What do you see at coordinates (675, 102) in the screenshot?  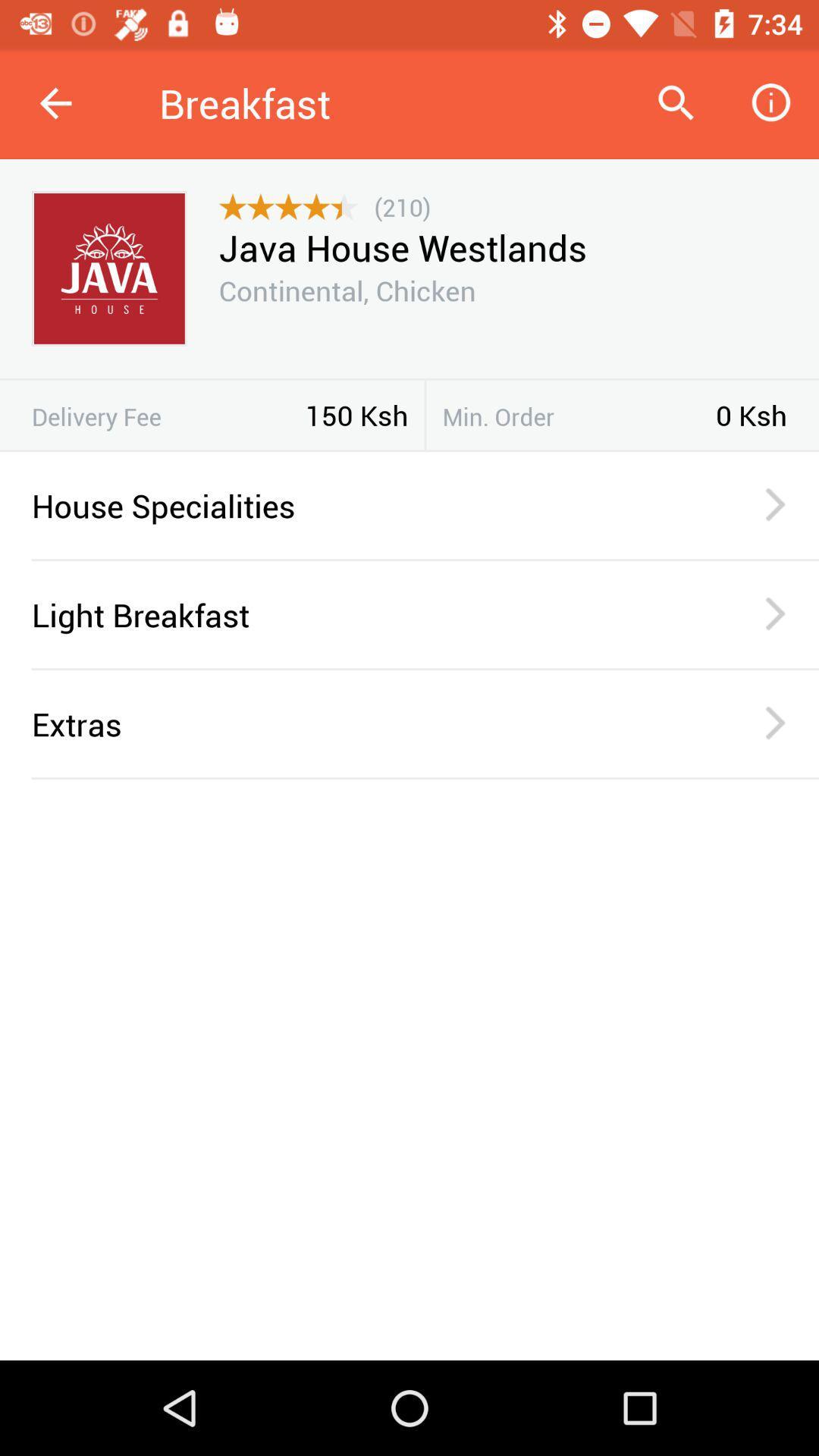 I see `item to the right of breakfast item` at bounding box center [675, 102].